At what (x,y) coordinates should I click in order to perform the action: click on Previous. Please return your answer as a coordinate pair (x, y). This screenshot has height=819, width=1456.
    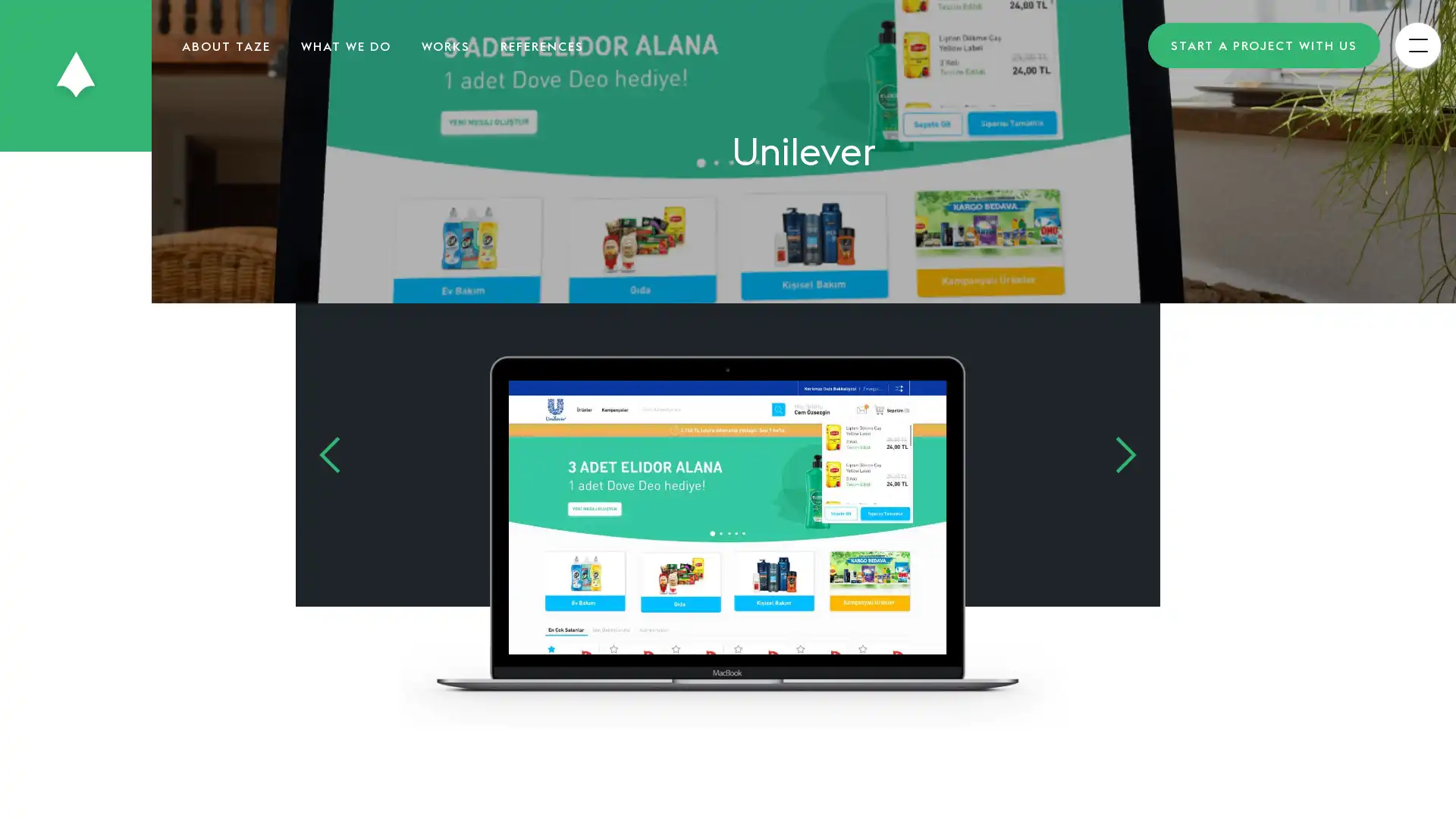
    Looking at the image, I should click on (329, 454).